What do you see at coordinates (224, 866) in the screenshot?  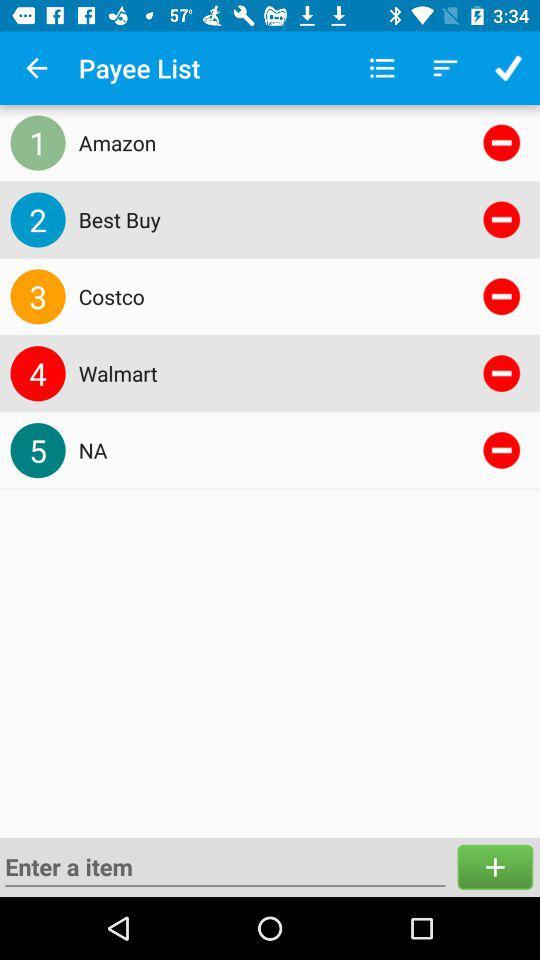 I see `new row` at bounding box center [224, 866].